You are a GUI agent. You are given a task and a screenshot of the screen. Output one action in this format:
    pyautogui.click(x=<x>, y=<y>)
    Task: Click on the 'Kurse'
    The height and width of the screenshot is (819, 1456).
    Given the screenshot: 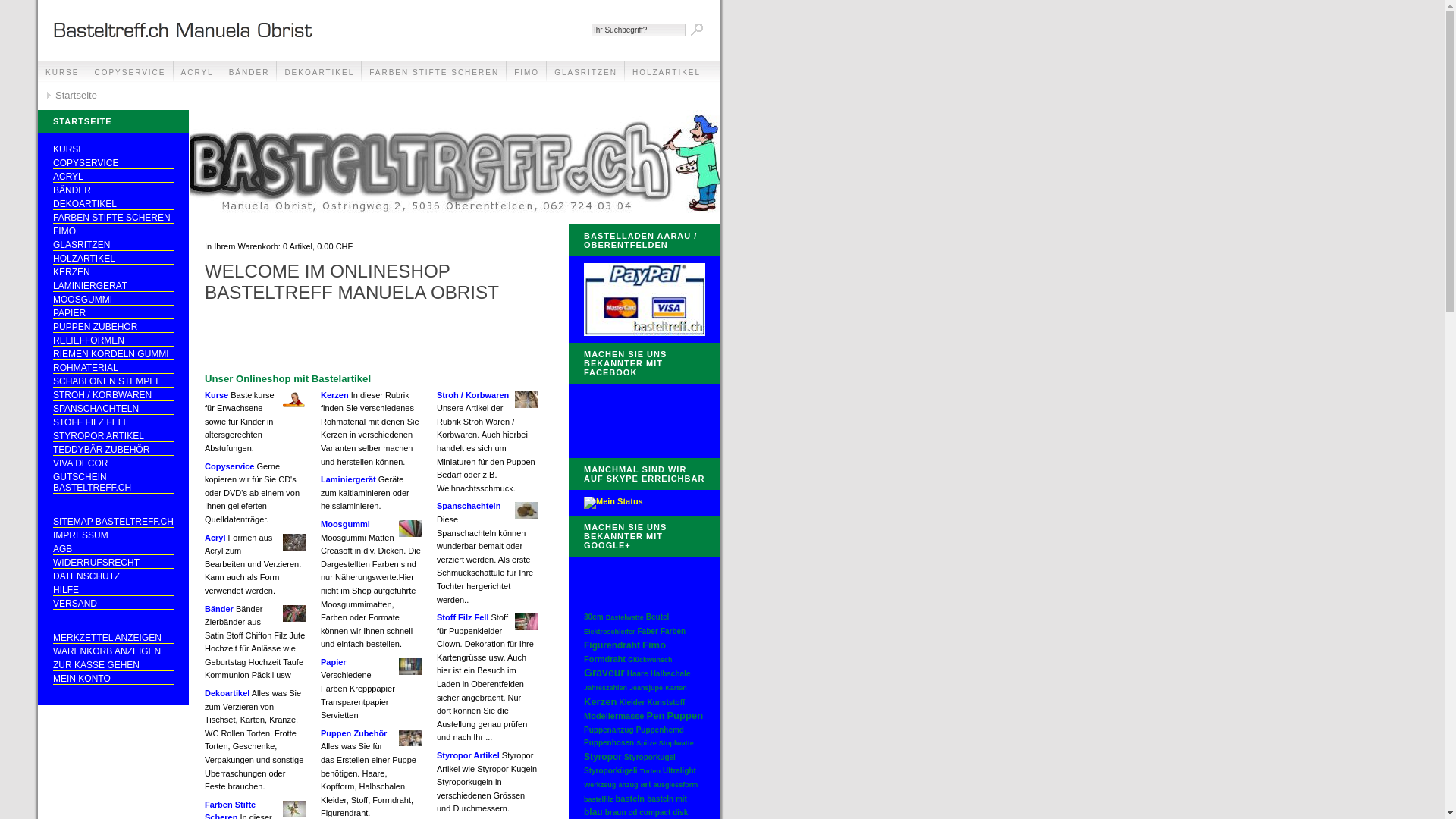 What is the action you would take?
    pyautogui.click(x=215, y=394)
    